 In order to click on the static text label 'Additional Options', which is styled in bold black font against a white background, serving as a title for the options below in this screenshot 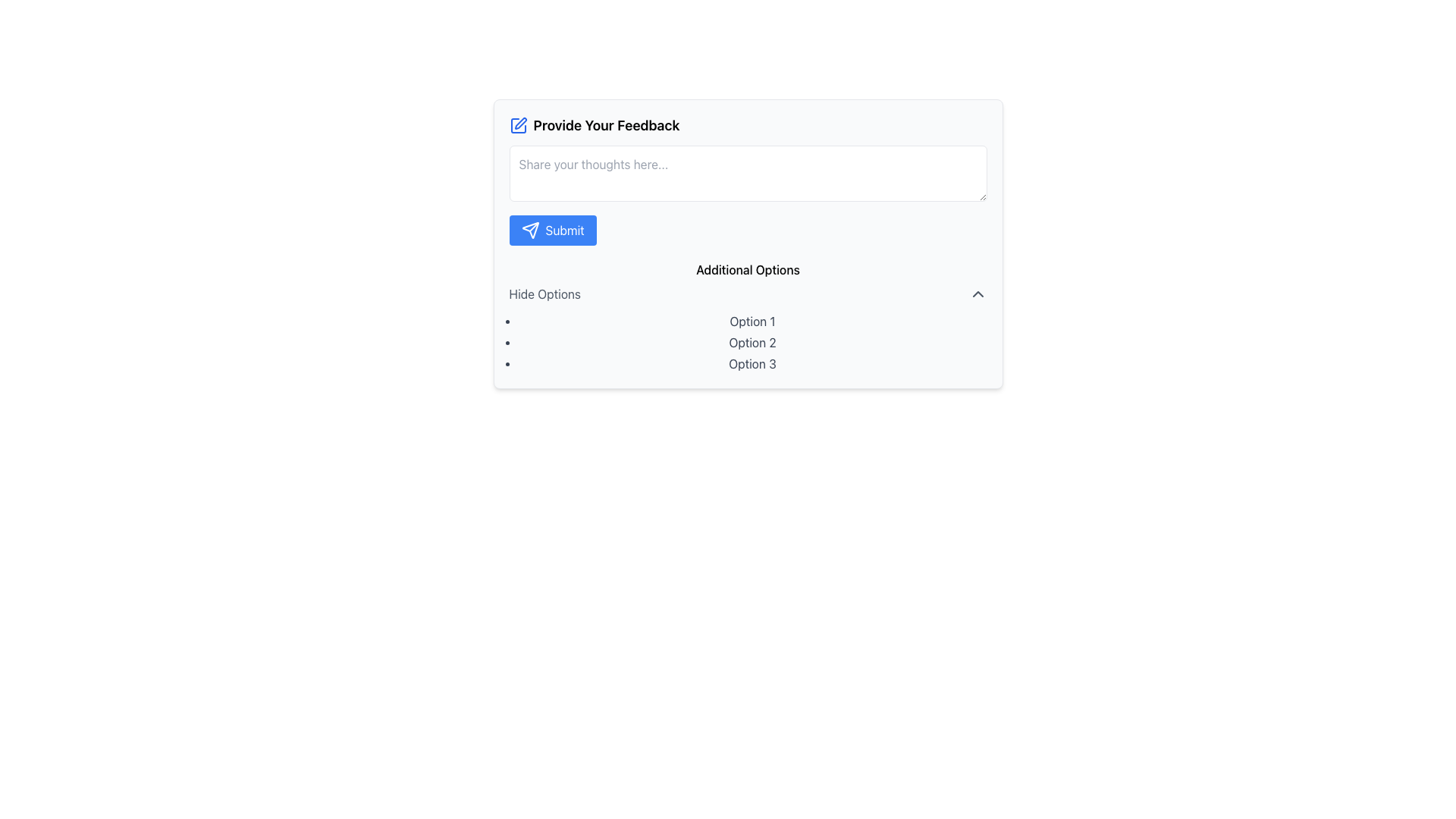, I will do `click(748, 268)`.